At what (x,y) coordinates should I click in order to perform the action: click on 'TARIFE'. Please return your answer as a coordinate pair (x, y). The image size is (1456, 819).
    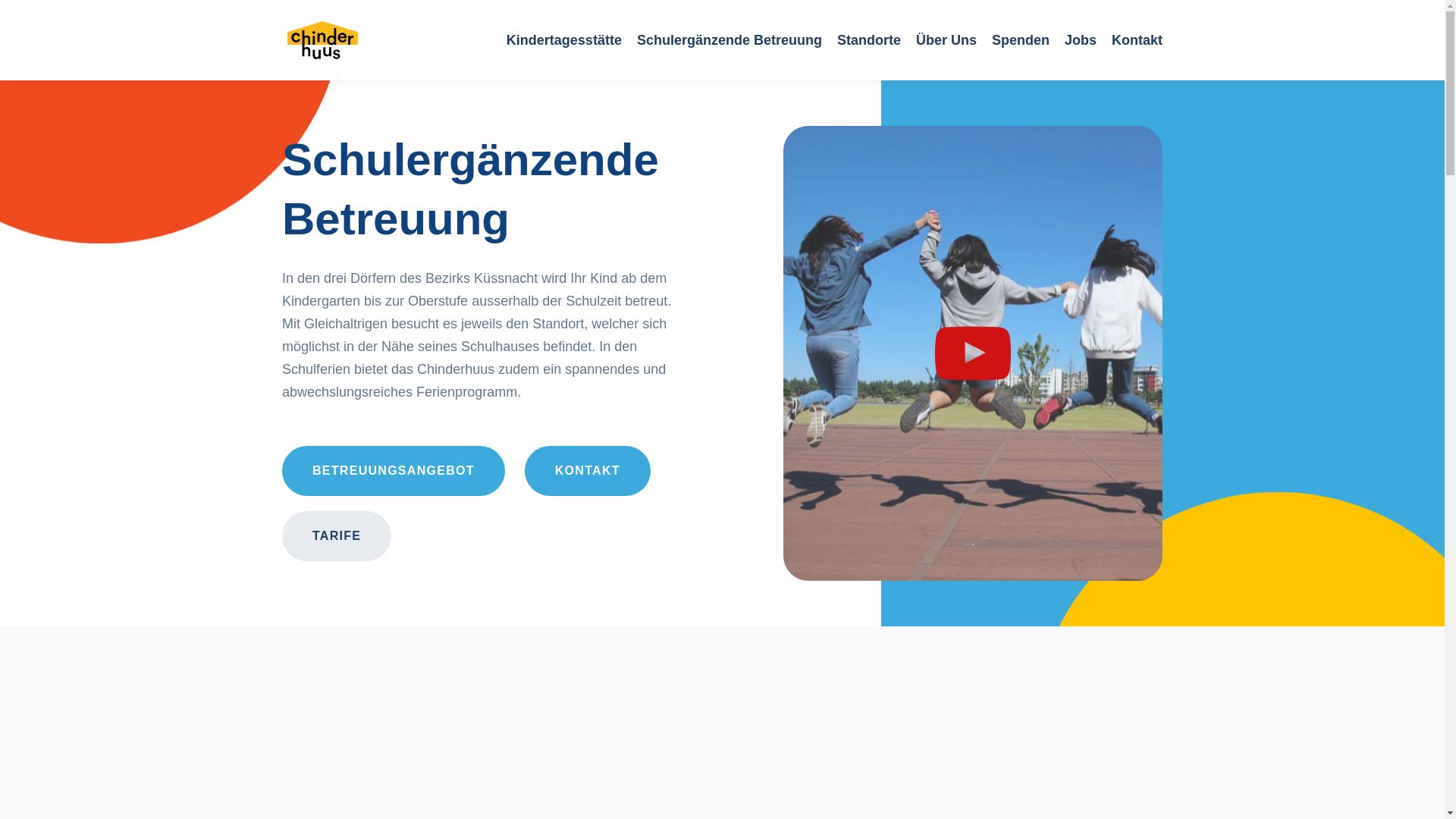
    Looking at the image, I should click on (336, 535).